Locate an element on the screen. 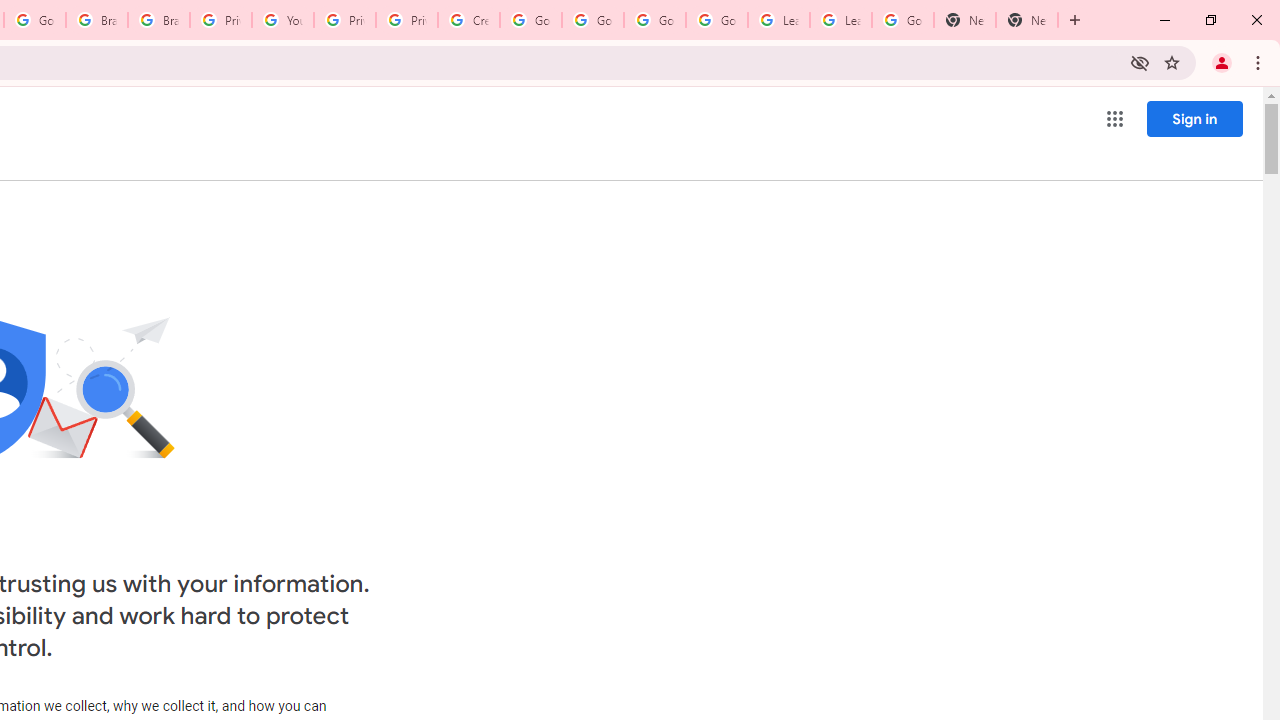 The image size is (1280, 720). 'YouTube' is located at coordinates (281, 20).